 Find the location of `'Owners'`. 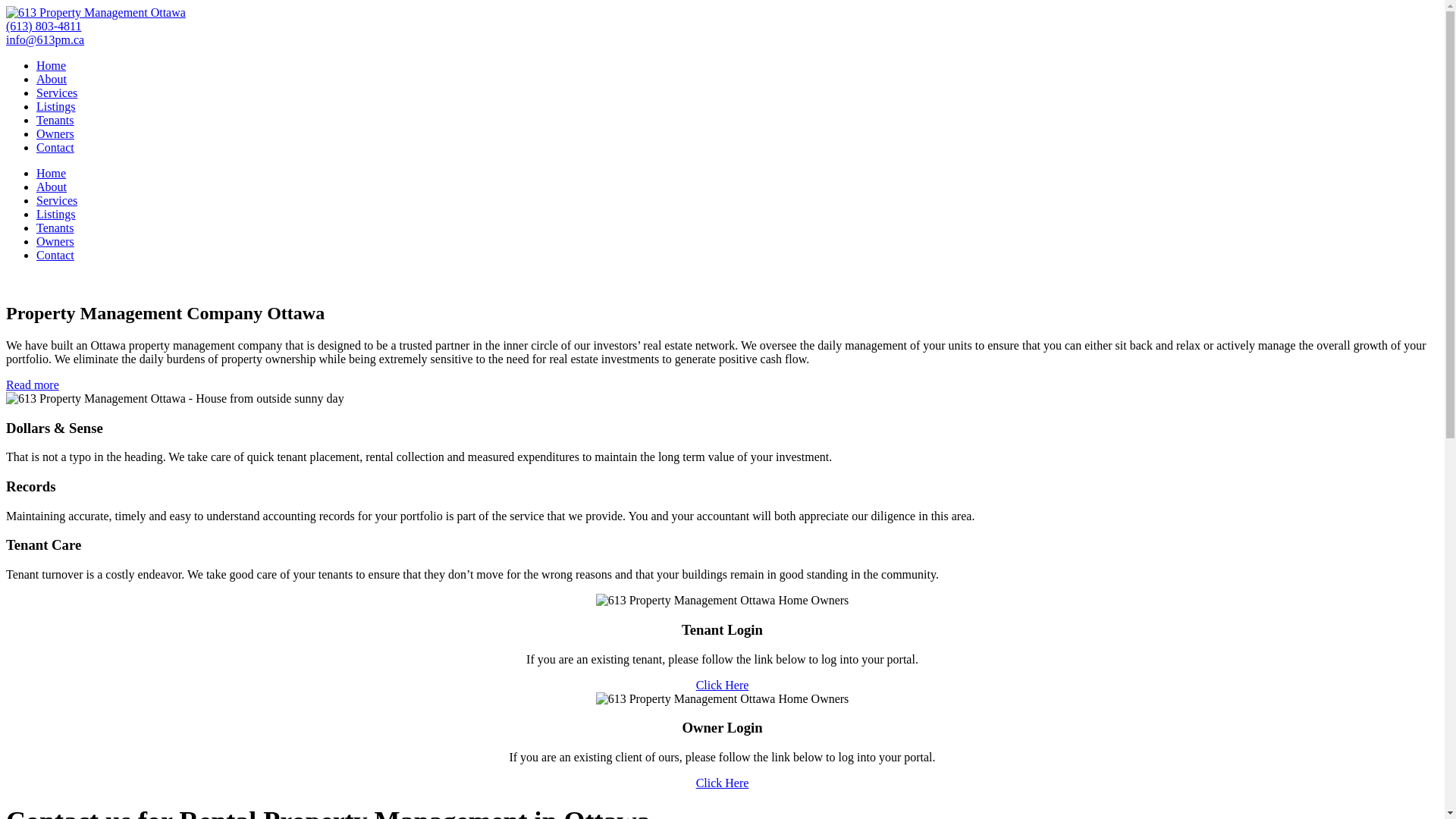

'Owners' is located at coordinates (55, 240).